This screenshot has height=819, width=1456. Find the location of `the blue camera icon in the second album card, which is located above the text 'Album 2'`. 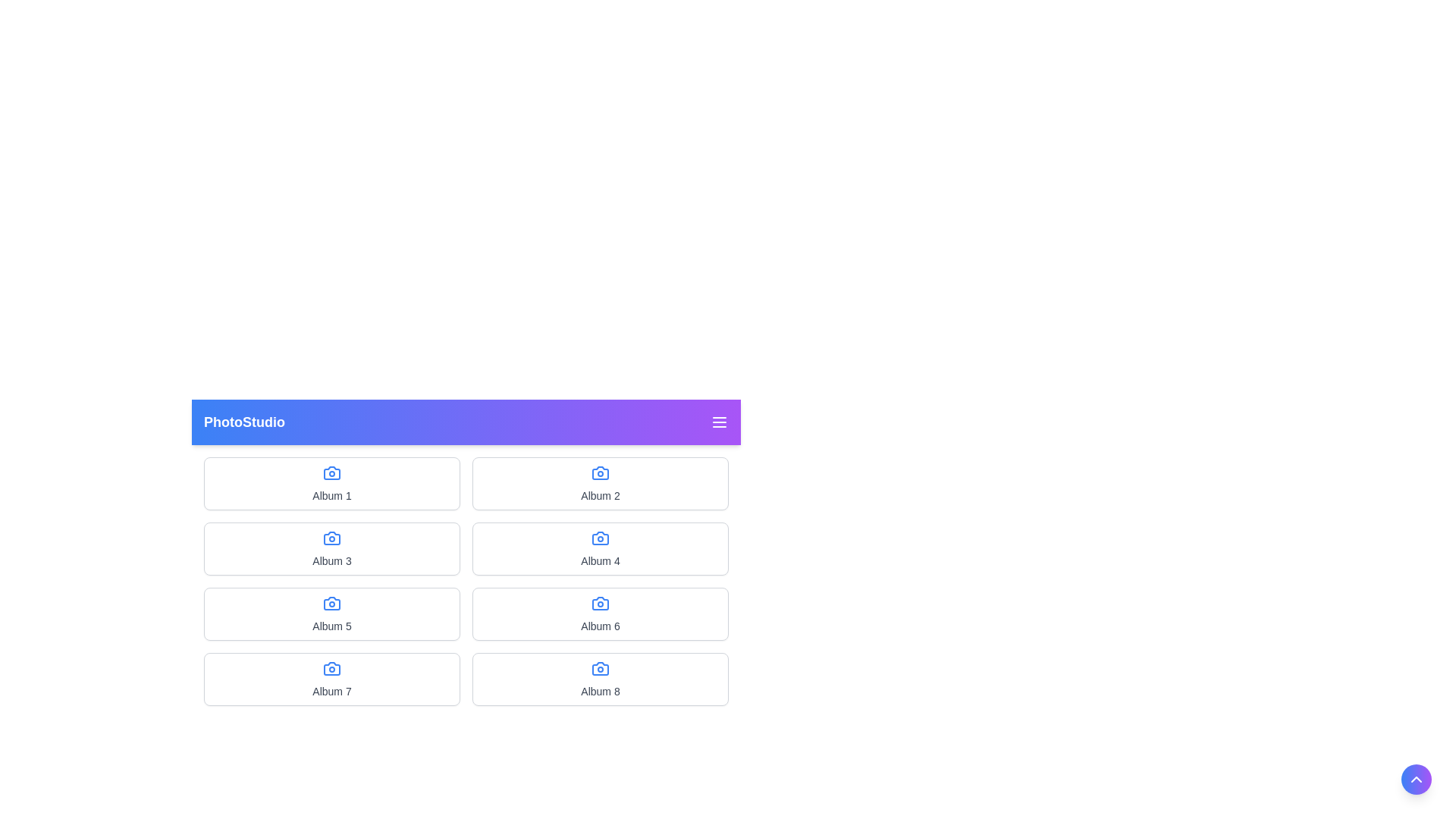

the blue camera icon in the second album card, which is located above the text 'Album 2' is located at coordinates (600, 472).